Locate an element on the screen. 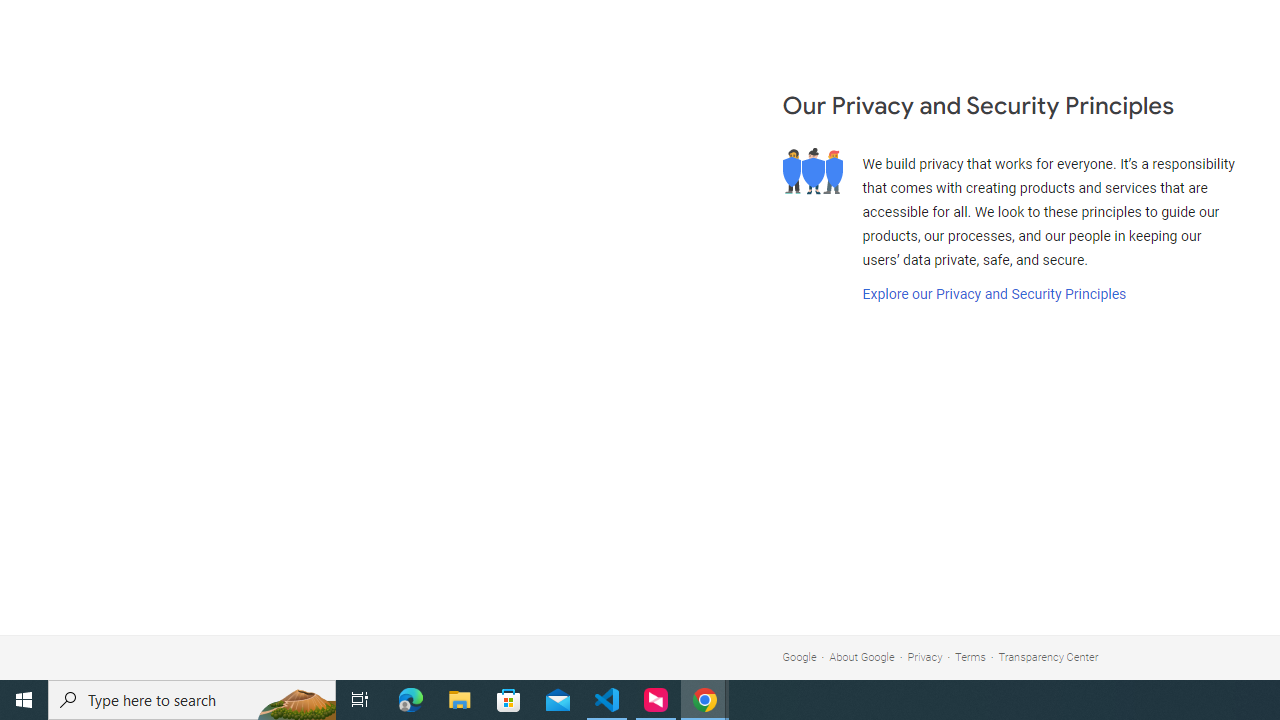 This screenshot has height=720, width=1280. 'Terms' is located at coordinates (970, 657).